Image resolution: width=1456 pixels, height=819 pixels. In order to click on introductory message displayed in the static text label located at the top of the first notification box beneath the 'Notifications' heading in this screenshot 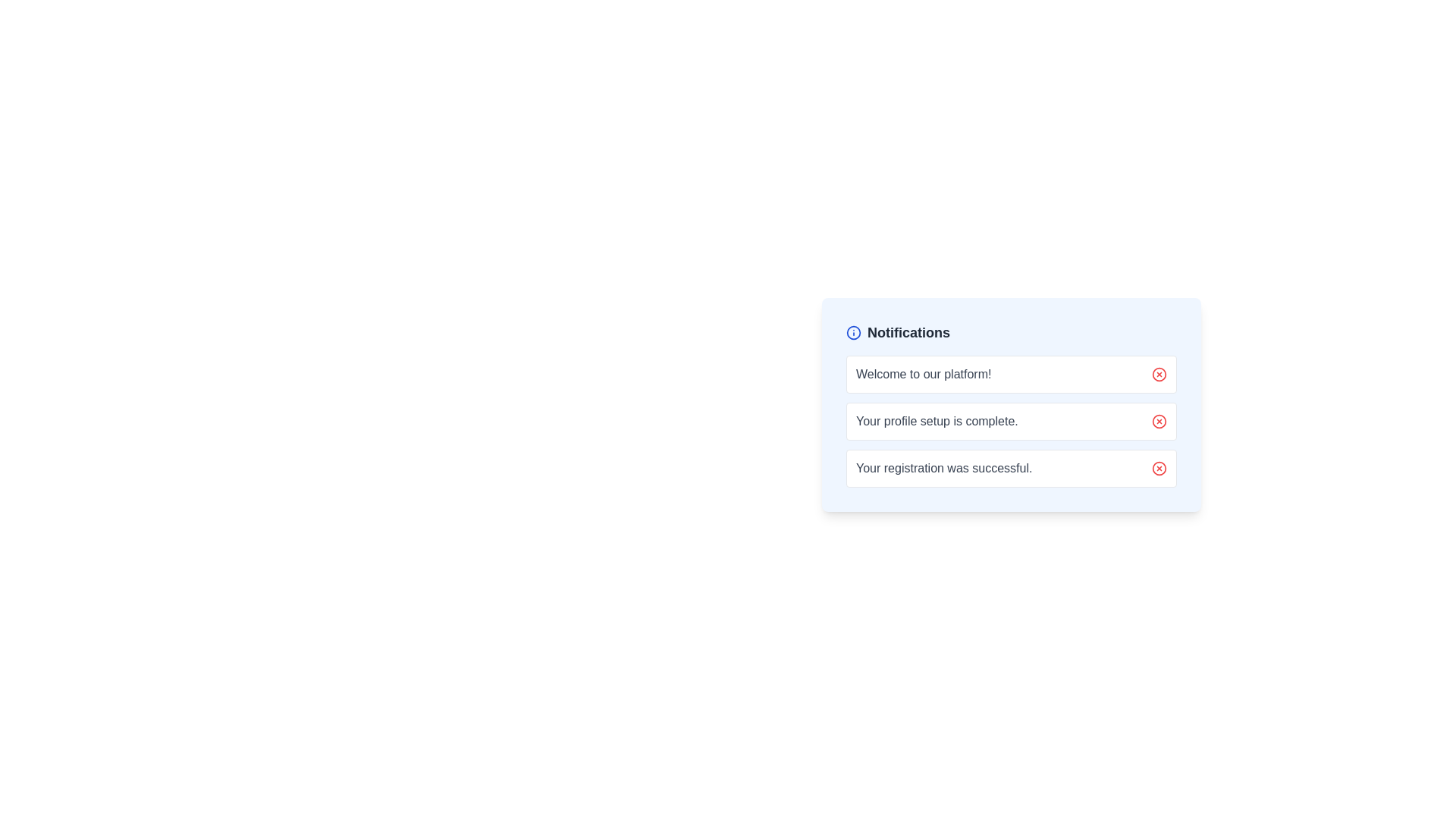, I will do `click(923, 374)`.